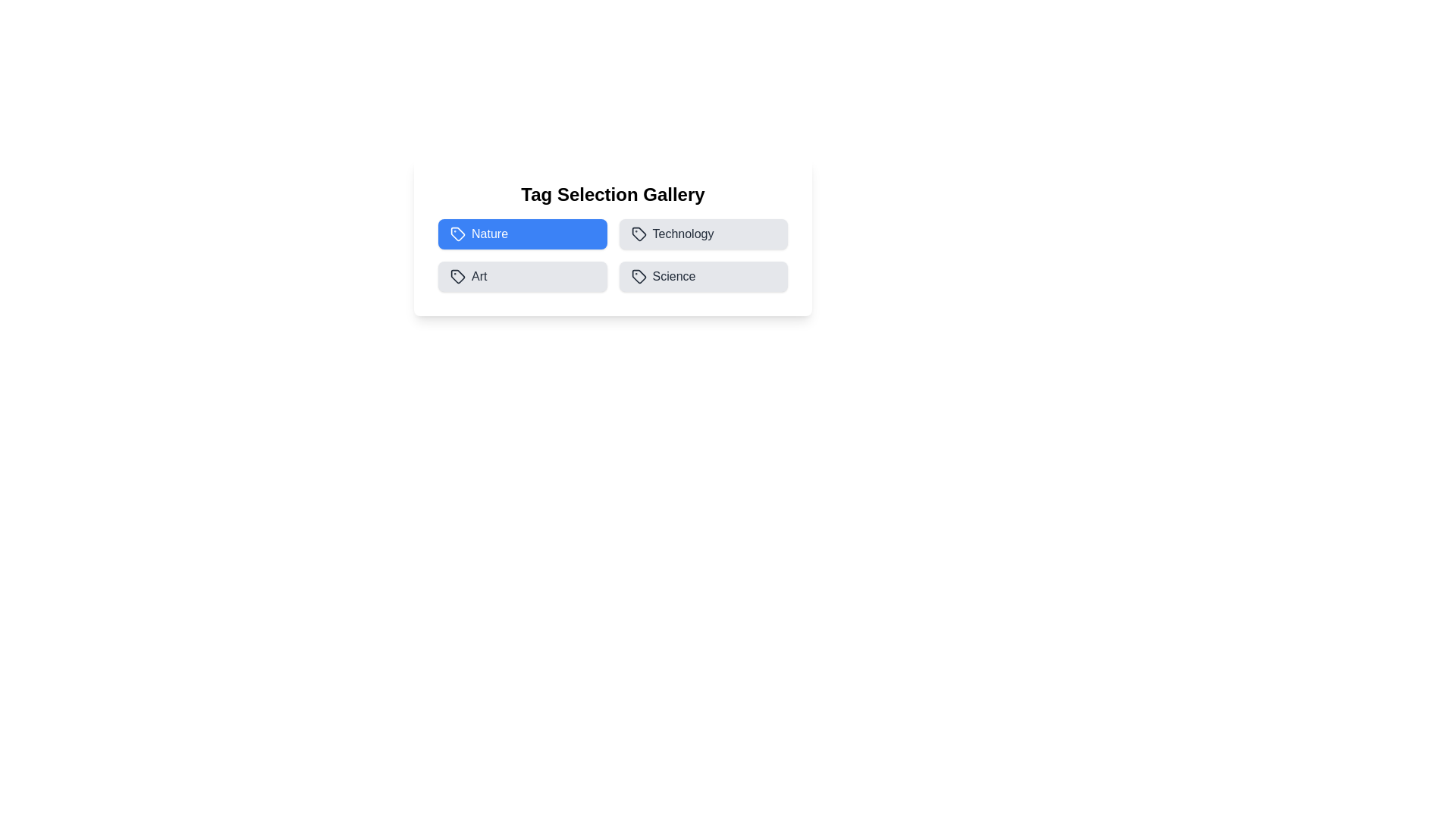 Image resolution: width=1456 pixels, height=819 pixels. What do you see at coordinates (702, 277) in the screenshot?
I see `the tag labeled Science` at bounding box center [702, 277].